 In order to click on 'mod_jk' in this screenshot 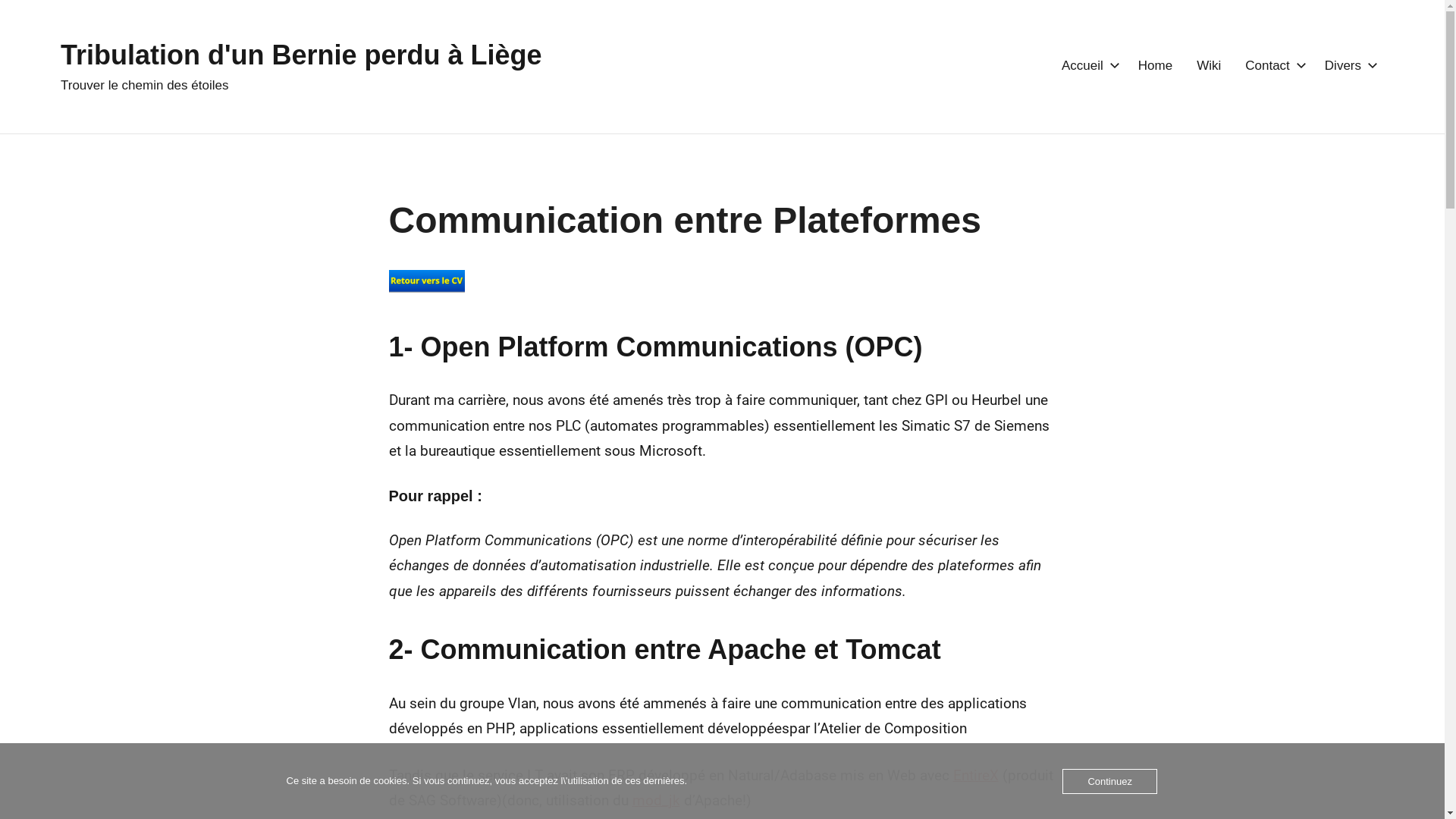, I will do `click(656, 799)`.